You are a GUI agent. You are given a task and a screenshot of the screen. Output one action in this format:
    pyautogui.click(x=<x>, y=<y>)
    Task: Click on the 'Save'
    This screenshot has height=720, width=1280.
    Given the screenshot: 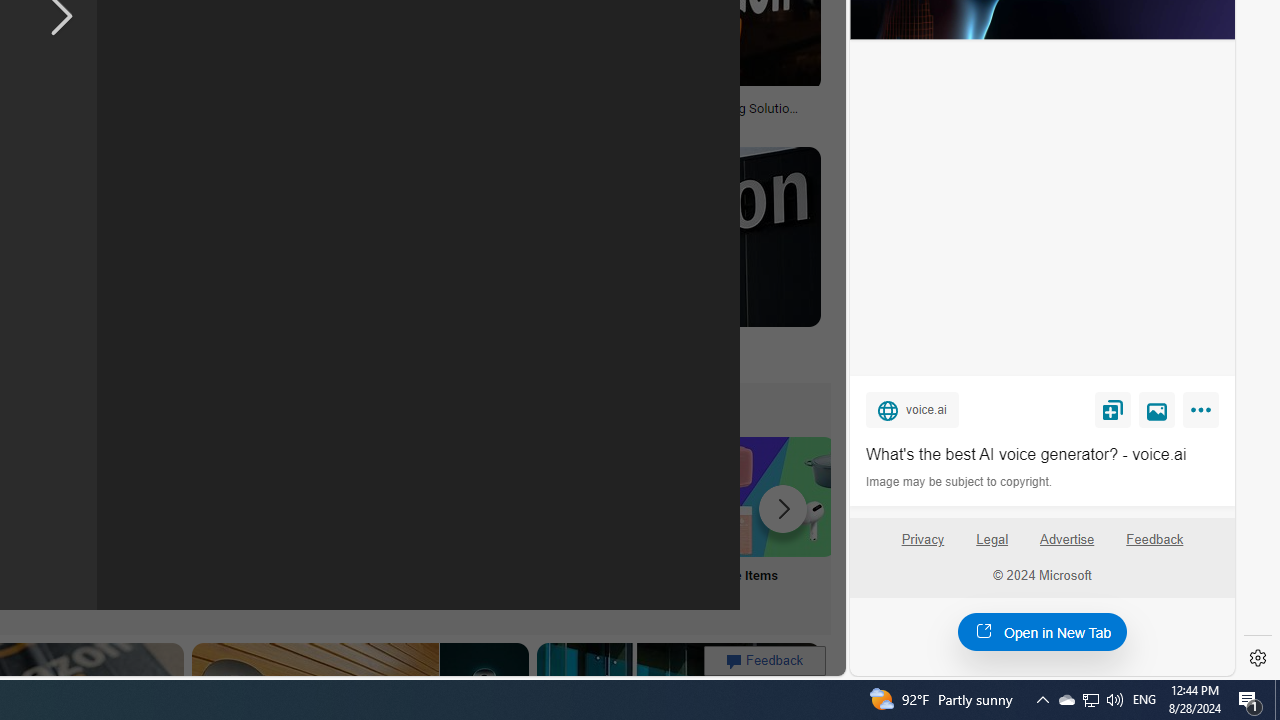 What is the action you would take?
    pyautogui.click(x=1111, y=408)
    